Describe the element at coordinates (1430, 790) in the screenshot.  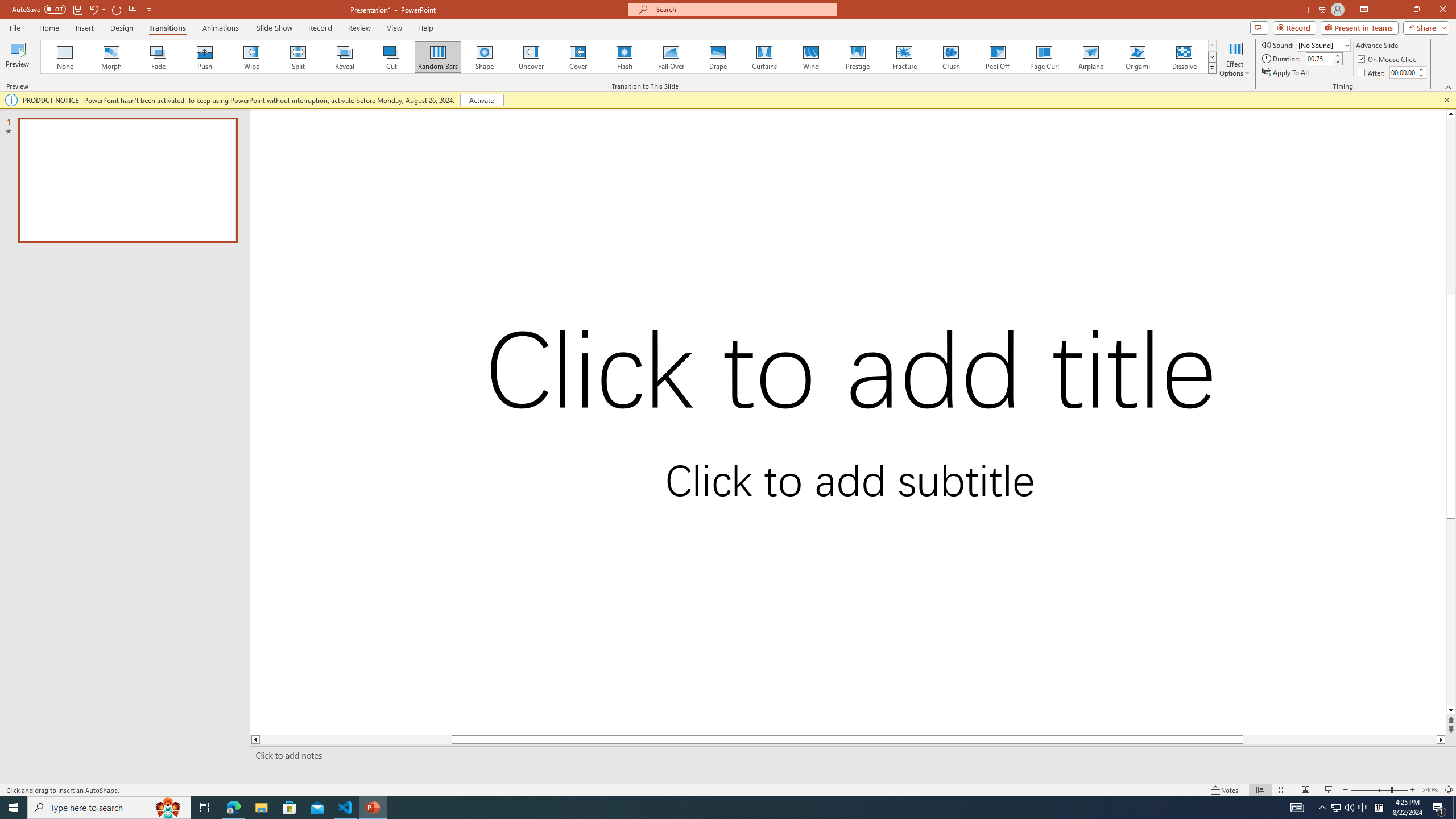
I see `'Zoom 240%'` at that location.